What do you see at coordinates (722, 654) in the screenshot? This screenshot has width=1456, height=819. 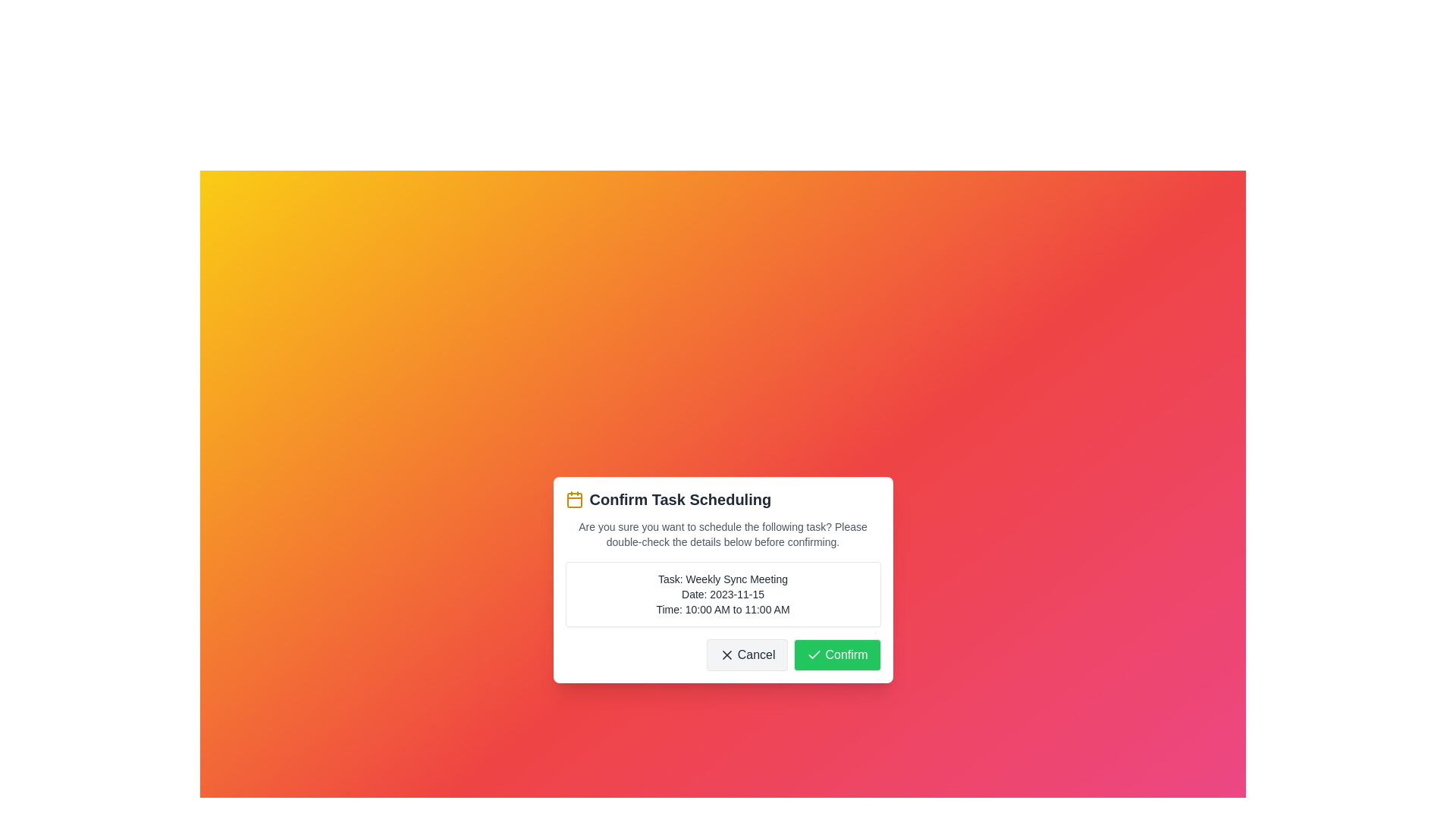 I see `the 'Cancel' button on the grouped button component located at the bottom-right of the 'Confirm Task Scheduling' dialog to abort the operation` at bounding box center [722, 654].